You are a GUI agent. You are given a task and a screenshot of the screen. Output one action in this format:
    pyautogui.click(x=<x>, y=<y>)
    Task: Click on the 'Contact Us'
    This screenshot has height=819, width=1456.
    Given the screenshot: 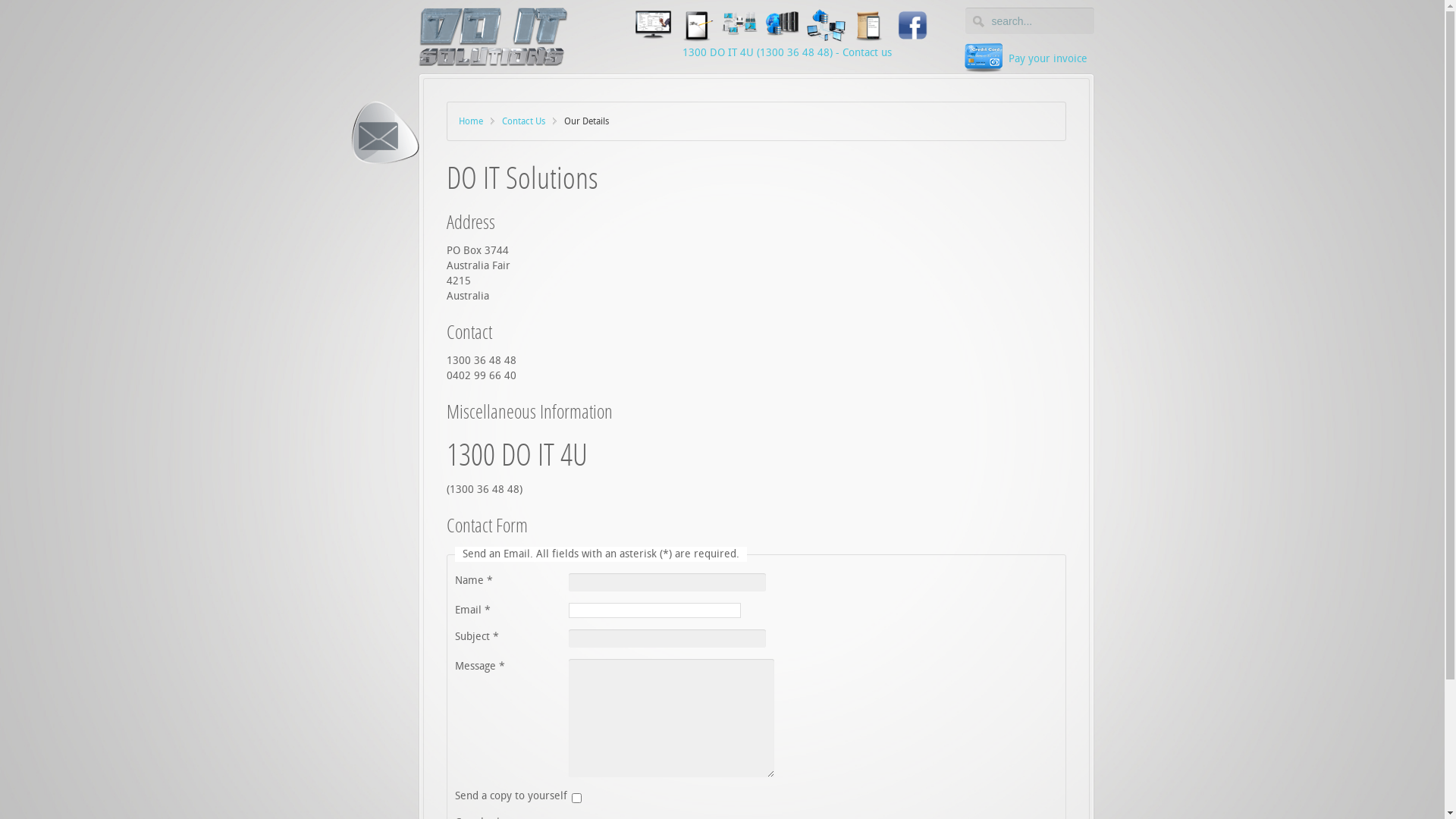 What is the action you would take?
    pyautogui.click(x=529, y=120)
    